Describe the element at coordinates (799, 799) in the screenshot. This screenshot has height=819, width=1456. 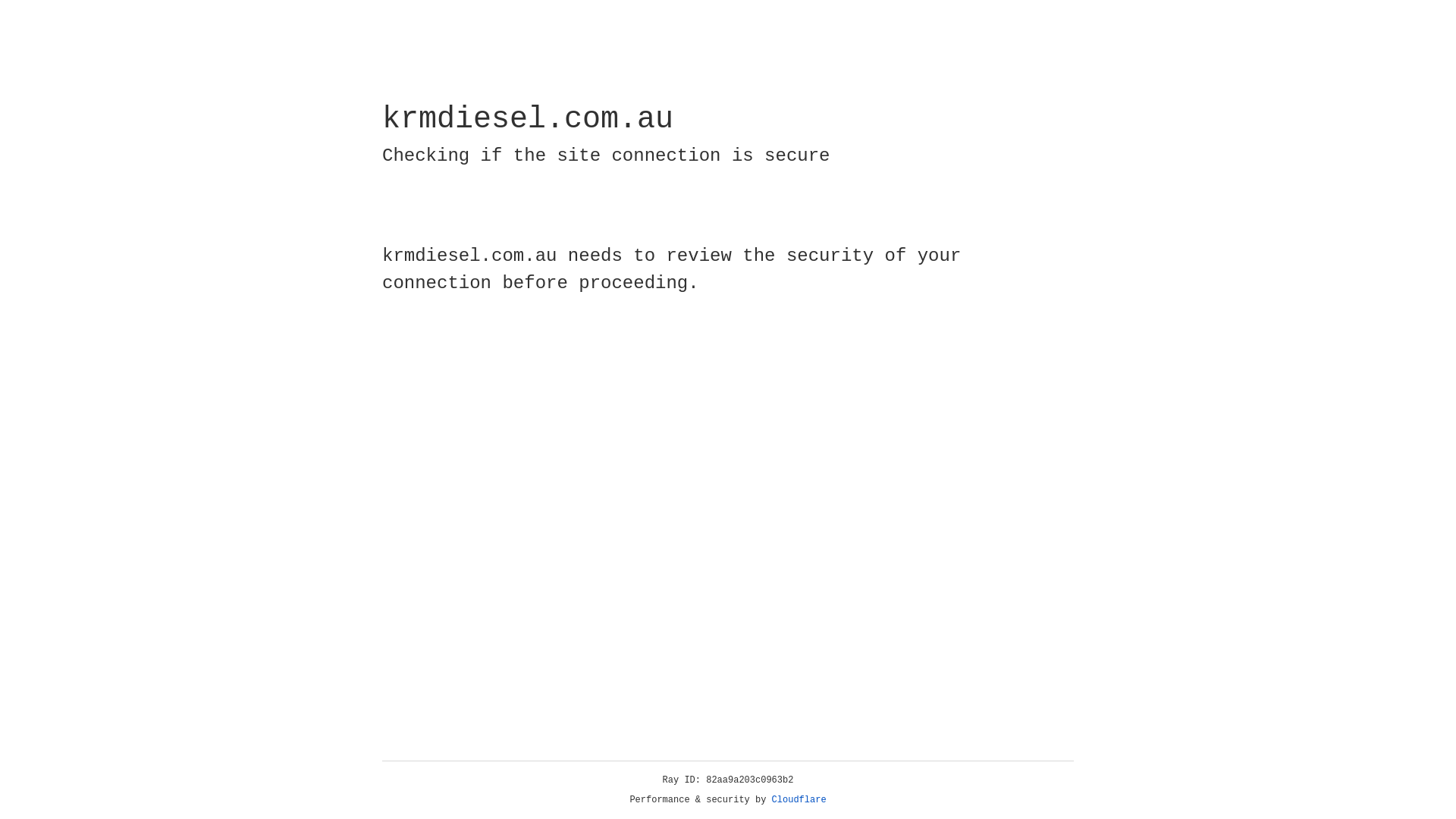
I see `'Cloudflare'` at that location.